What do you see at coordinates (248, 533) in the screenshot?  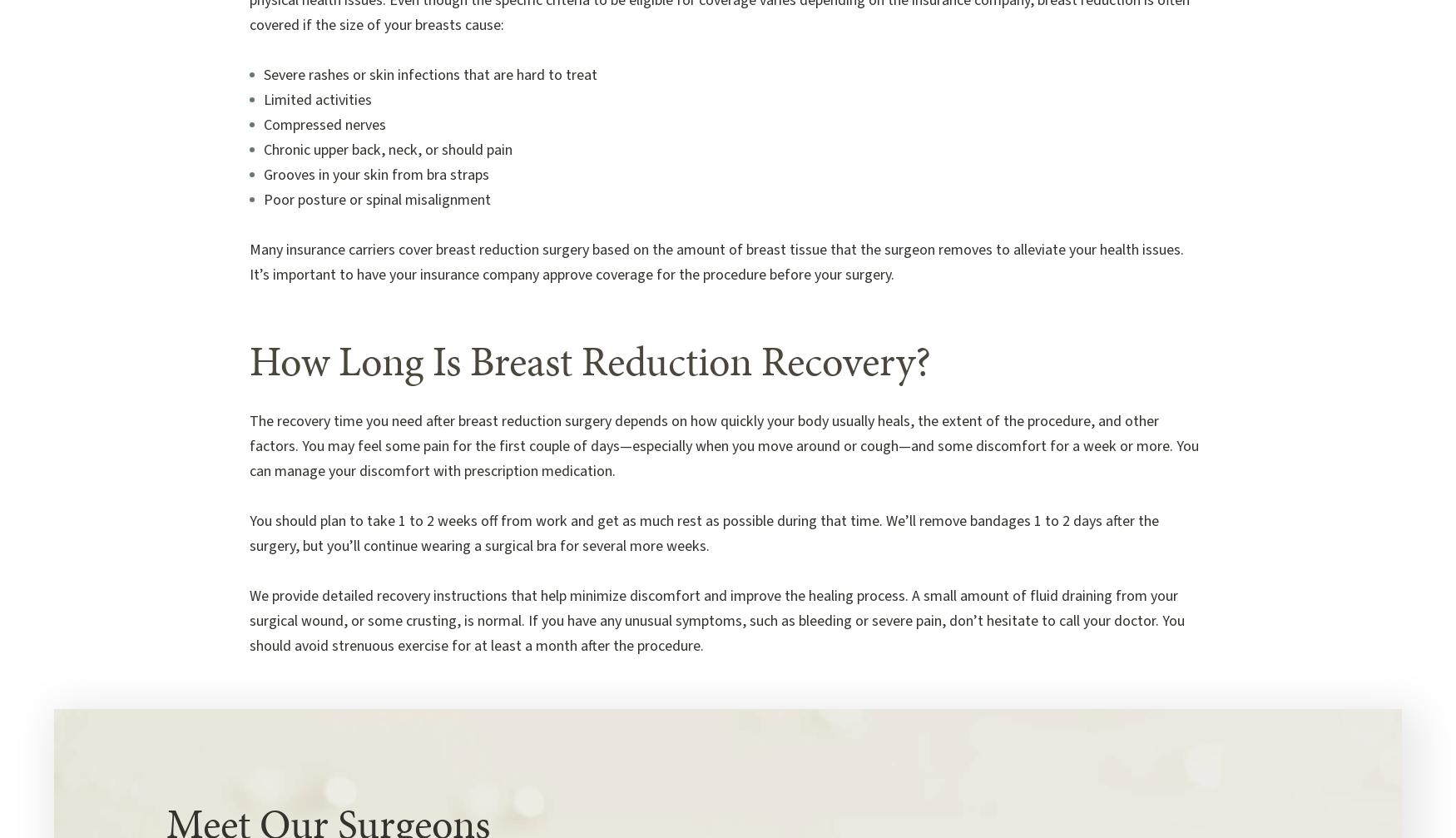 I see `'You should plan to take 1 to 2 weeks off from work and get as much rest as possible during that time. We’ll remove bandages 1 to 2 days after the surgery, but you’ll continue wearing a surgical bra for several more weeks.'` at bounding box center [248, 533].